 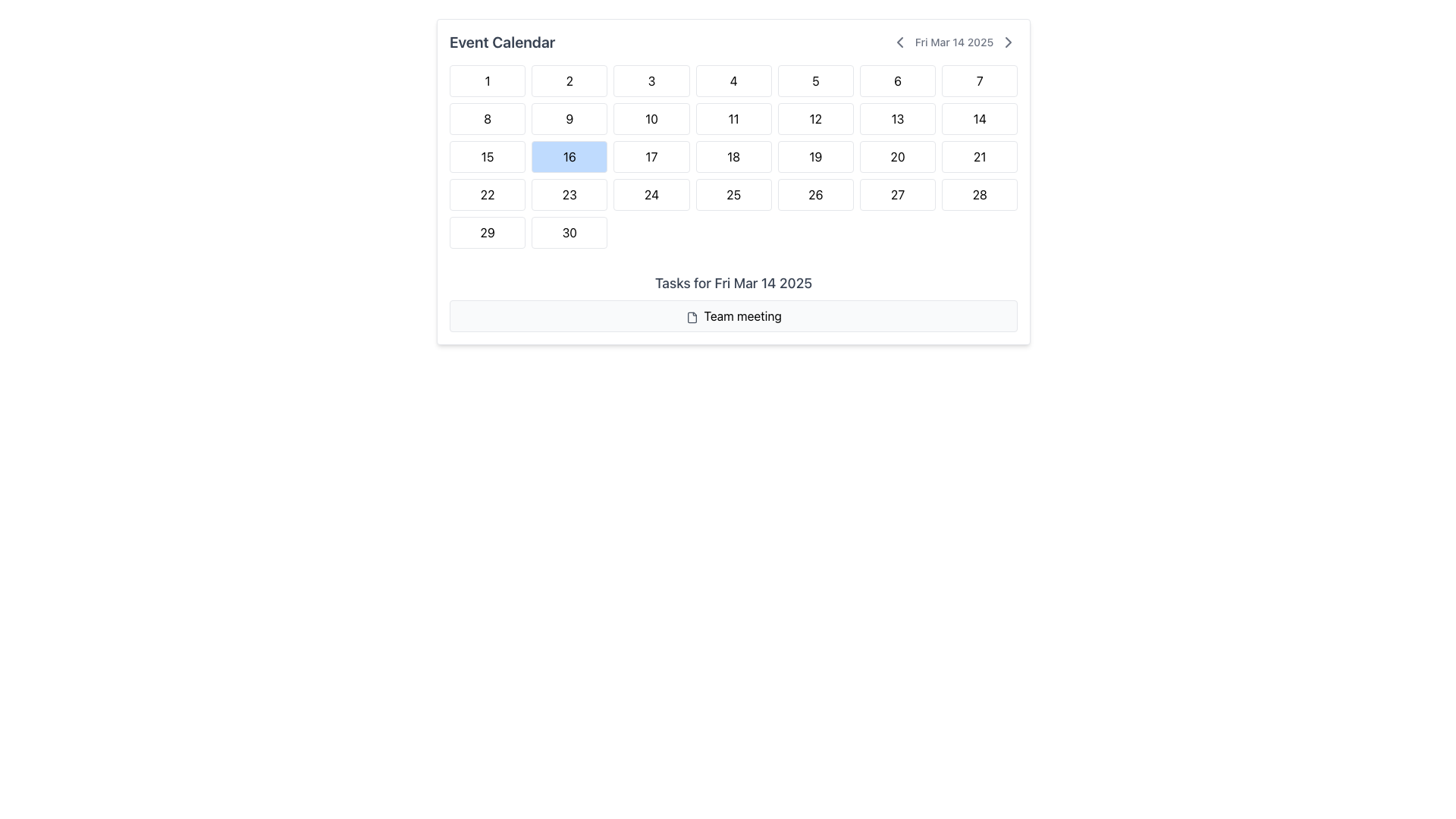 What do you see at coordinates (733, 81) in the screenshot?
I see `the button labeled '4' which is the fourth button in the first row of a grid layout` at bounding box center [733, 81].